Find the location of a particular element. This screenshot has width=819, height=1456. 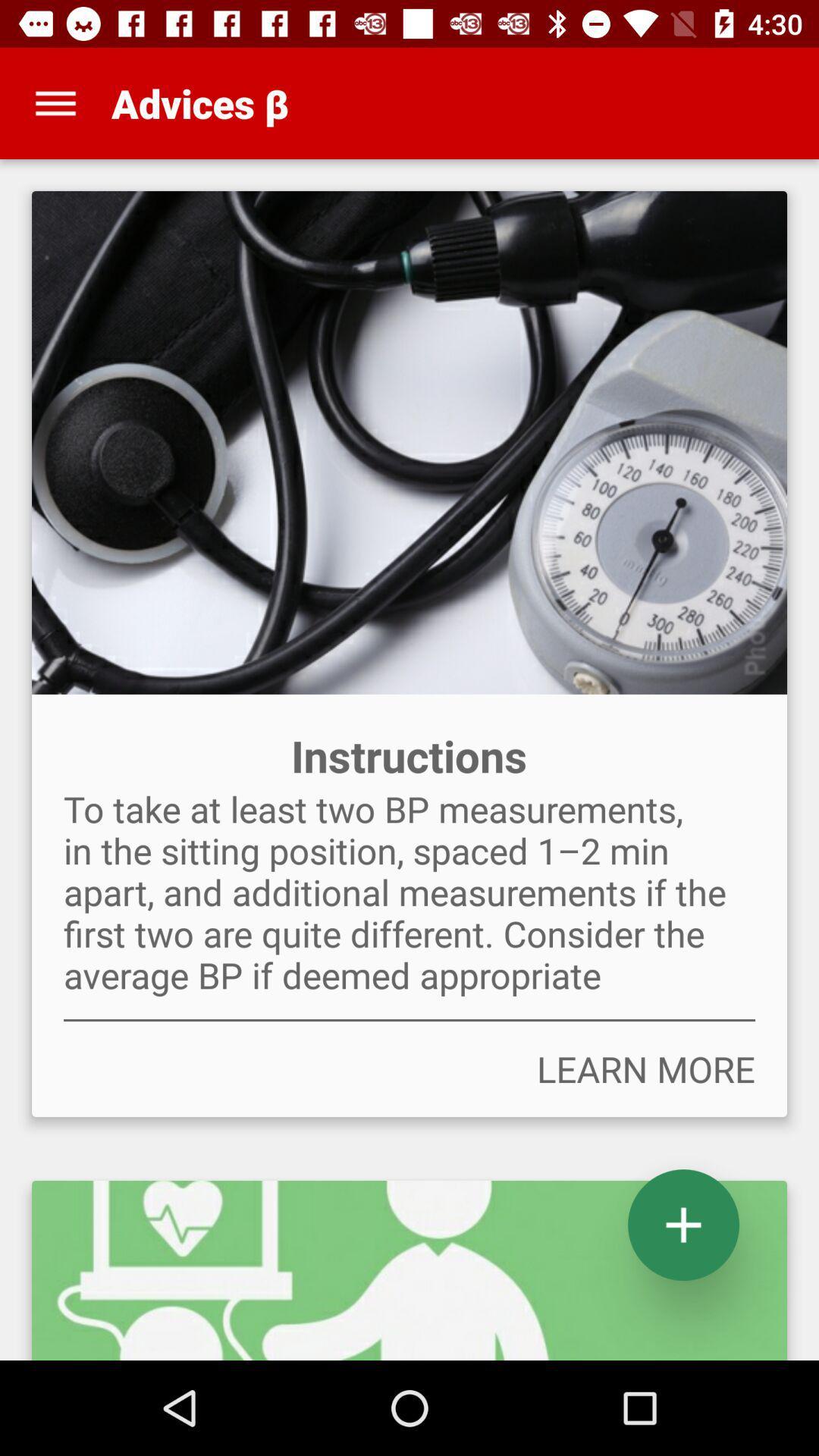

the learn more item is located at coordinates (409, 1068).